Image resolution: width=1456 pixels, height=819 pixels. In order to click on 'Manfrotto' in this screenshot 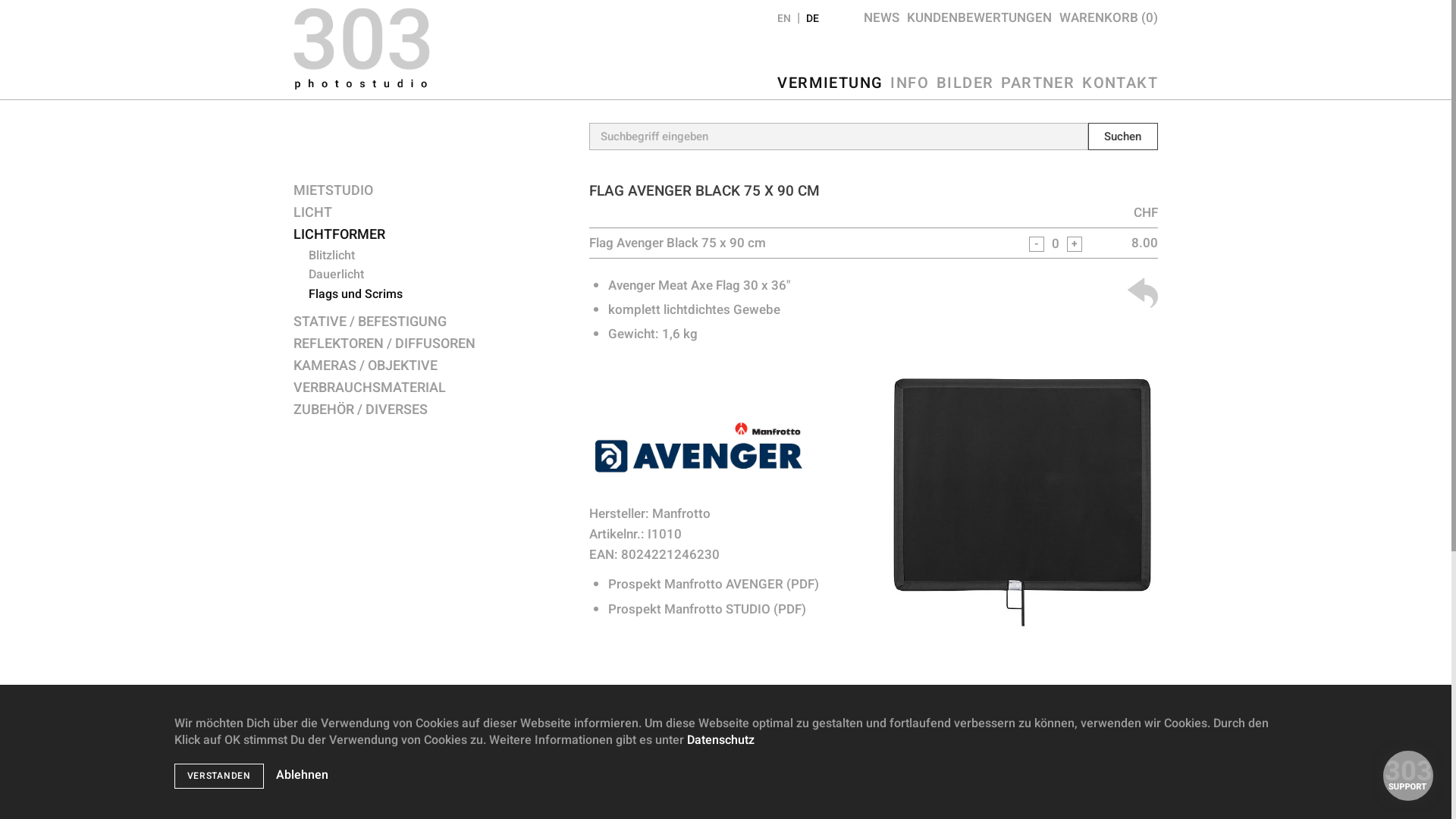, I will do `click(680, 513)`.